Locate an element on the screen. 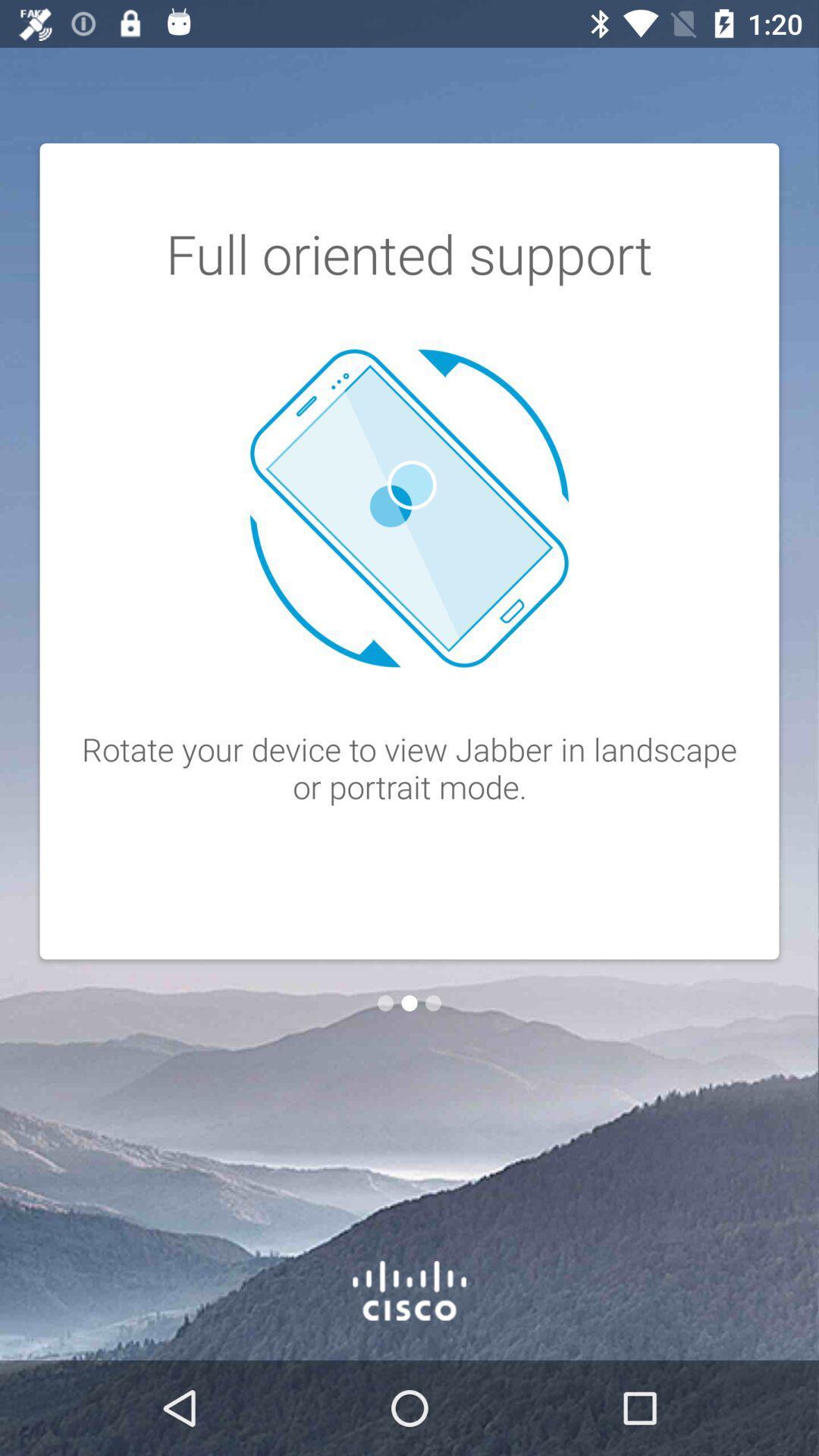  previous step is located at coordinates (384, 1003).